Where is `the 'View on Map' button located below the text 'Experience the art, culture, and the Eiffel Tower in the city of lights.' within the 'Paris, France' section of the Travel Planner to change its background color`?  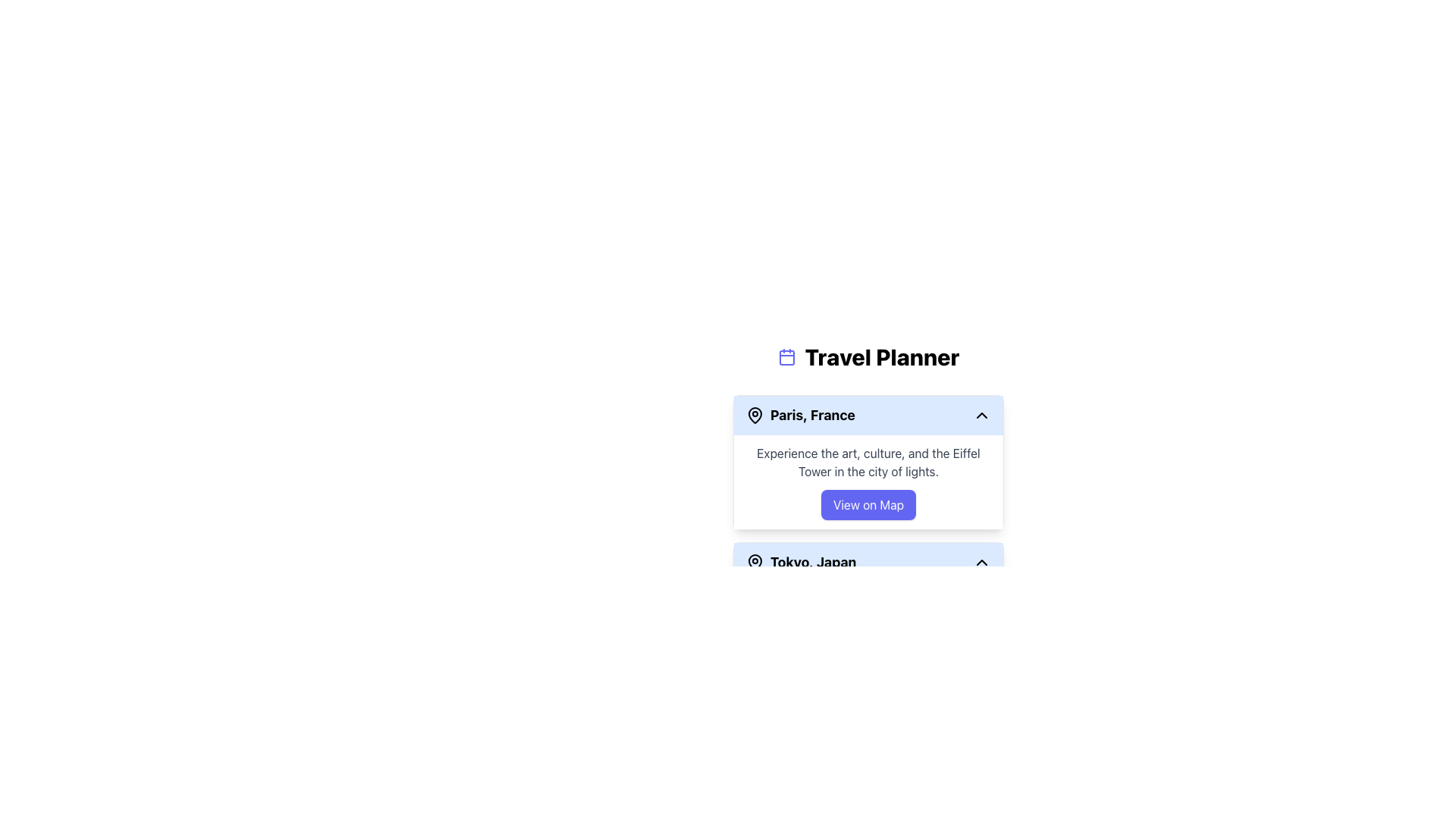 the 'View on Map' button located below the text 'Experience the art, culture, and the Eiffel Tower in the city of lights.' within the 'Paris, France' section of the Travel Planner to change its background color is located at coordinates (868, 482).